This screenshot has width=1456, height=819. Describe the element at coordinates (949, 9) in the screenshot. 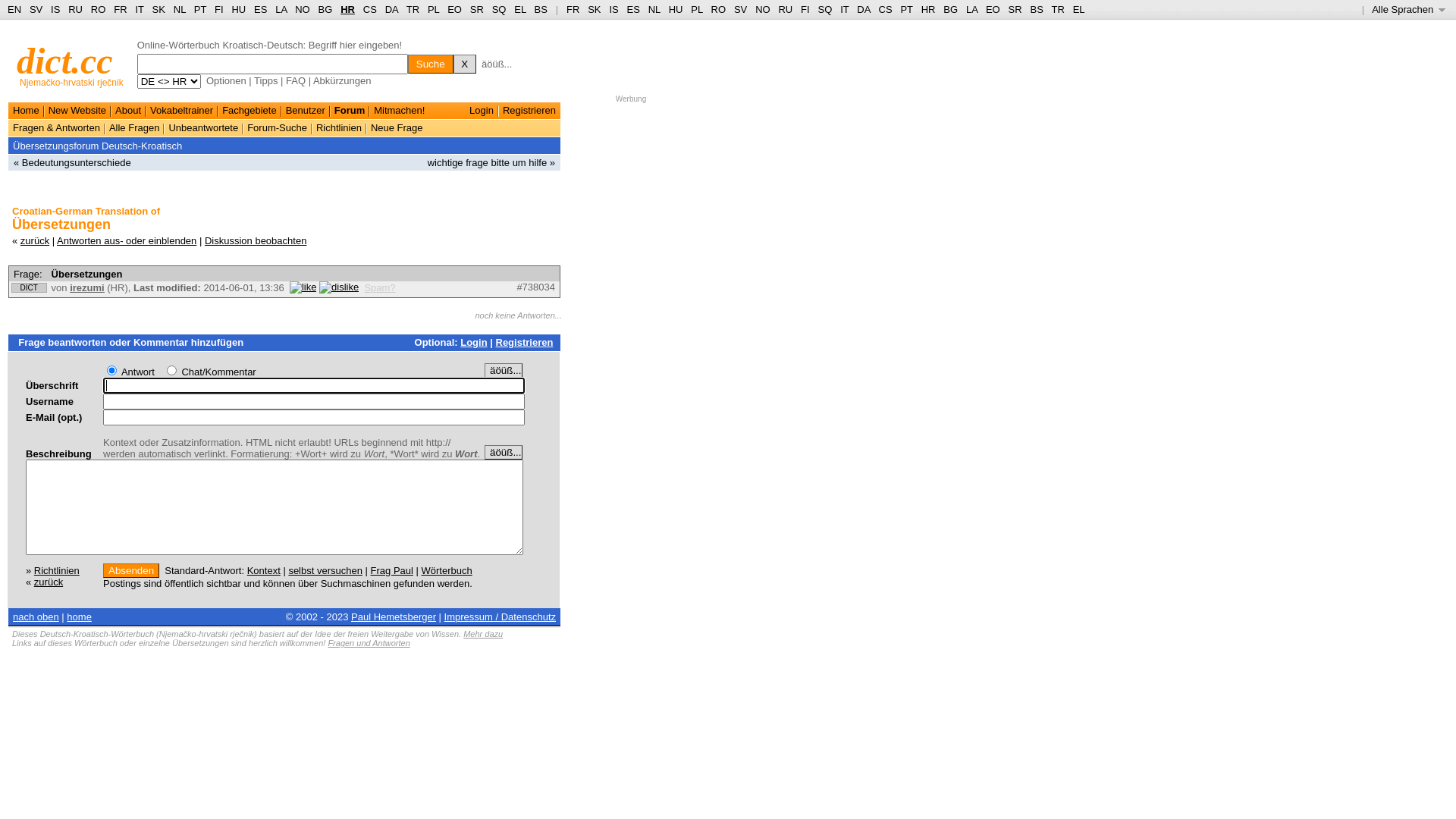

I see `'BG'` at that location.